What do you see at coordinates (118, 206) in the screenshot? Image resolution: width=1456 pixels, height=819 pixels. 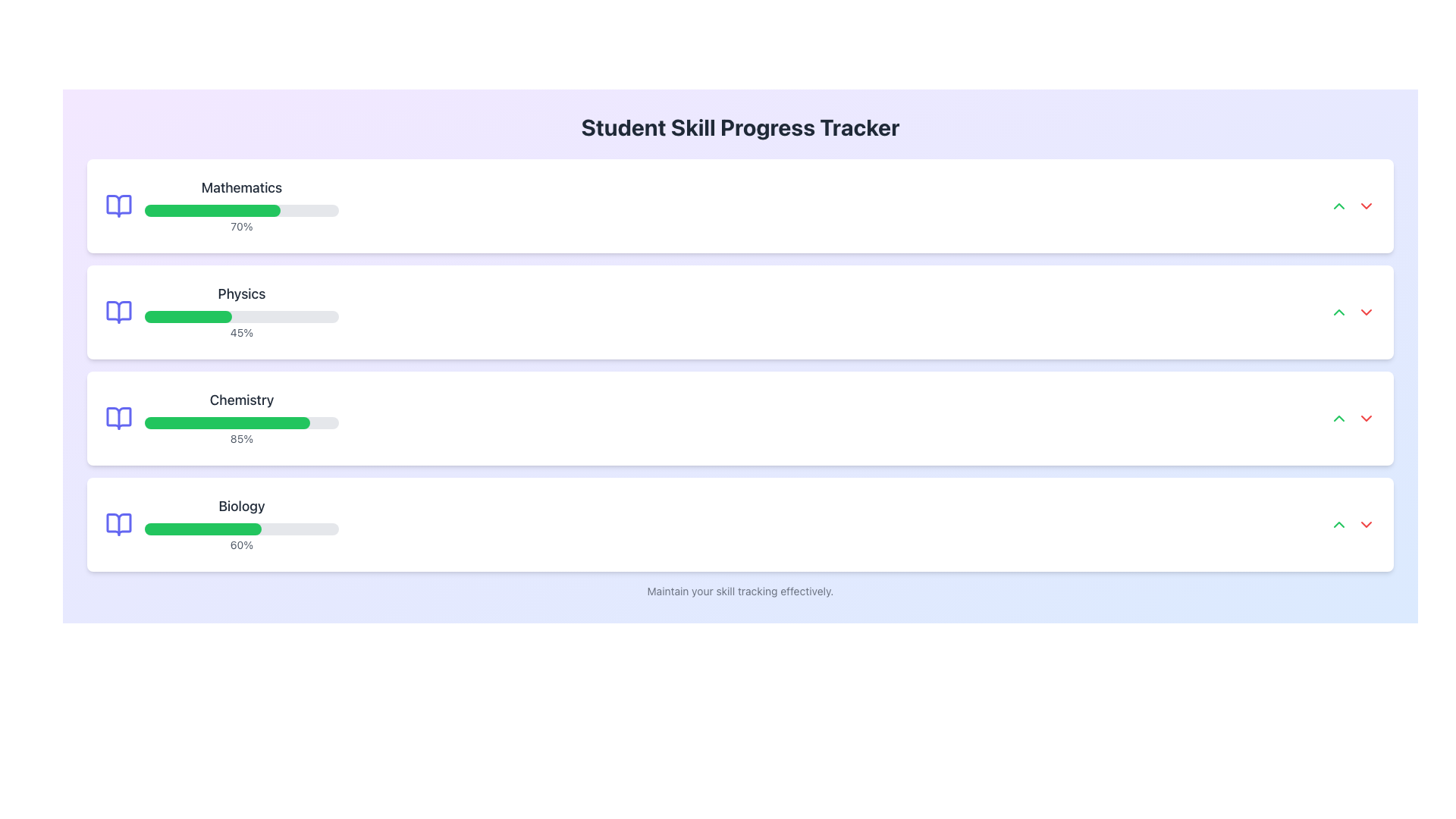 I see `the opened book icon, which is outlined in purple and located in the first row labeled 'Mathematics', positioned to the left of the progress bar` at bounding box center [118, 206].